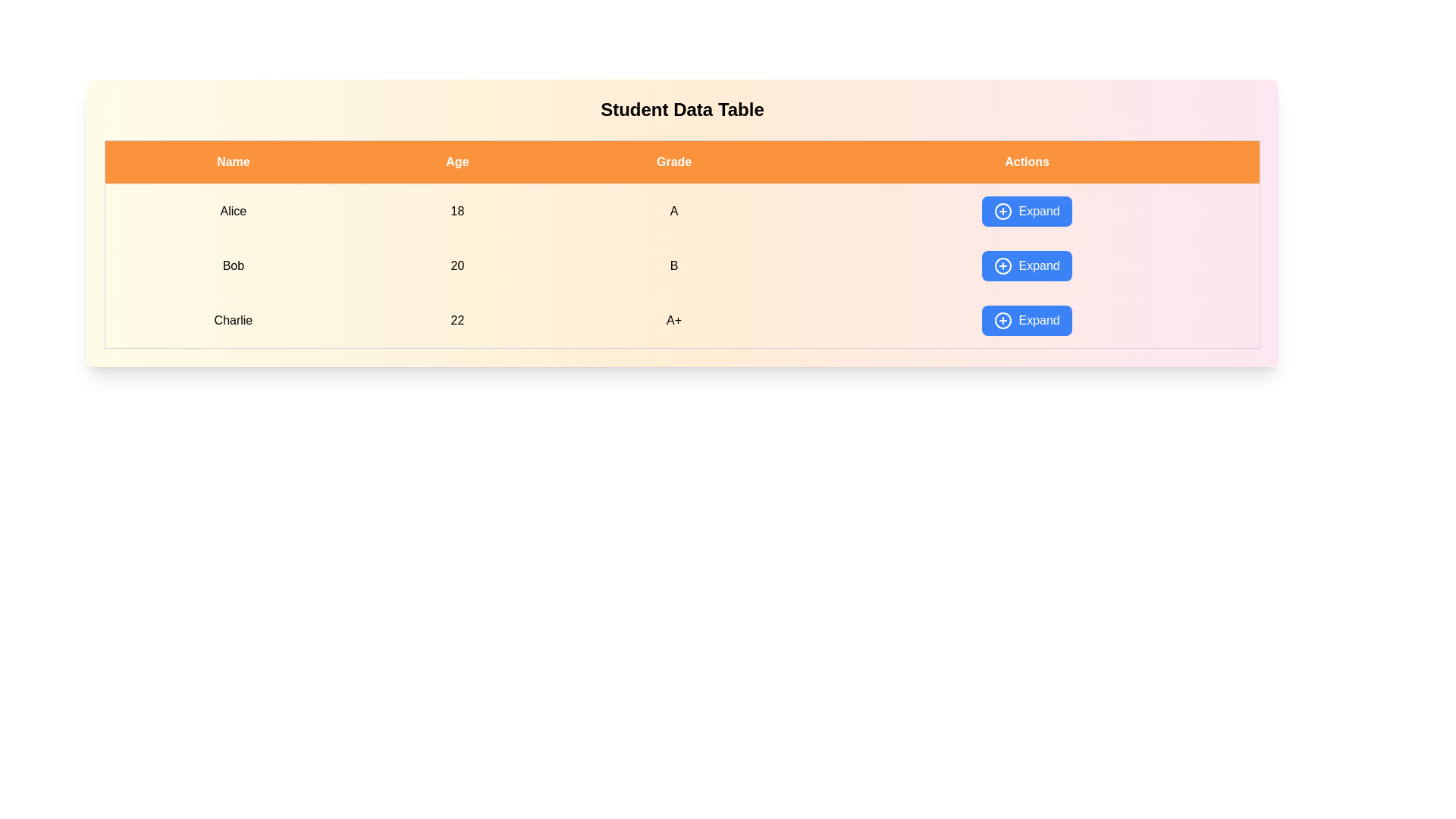 This screenshot has width=1456, height=819. Describe the element at coordinates (682, 162) in the screenshot. I see `the Table Header Row with a bright orange background and white text, which includes the column headings 'Name,' 'Age,' 'Grade,' and 'Actions.'` at that location.